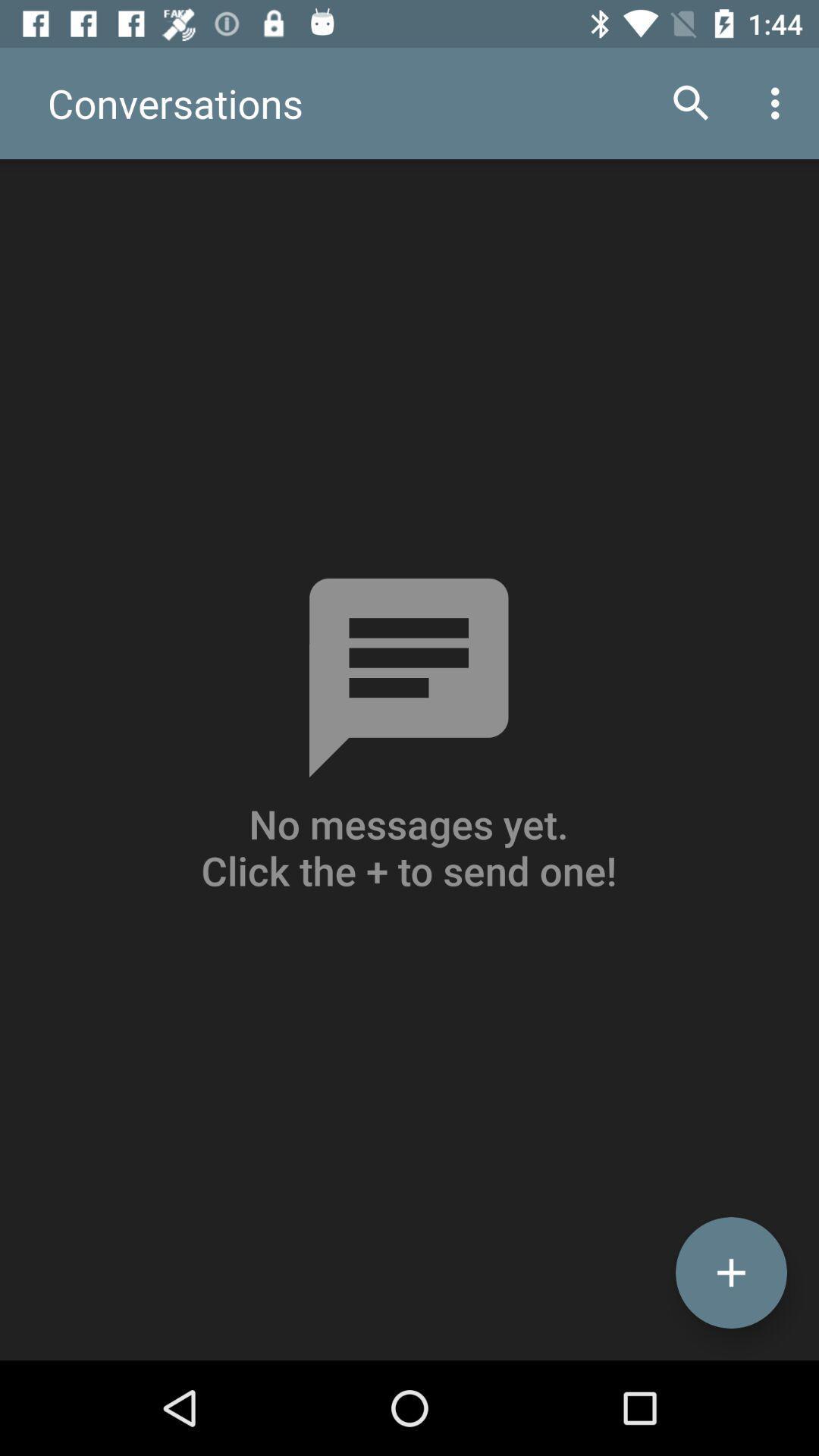 The width and height of the screenshot is (819, 1456). Describe the element at coordinates (730, 1272) in the screenshot. I see `the add icon` at that location.